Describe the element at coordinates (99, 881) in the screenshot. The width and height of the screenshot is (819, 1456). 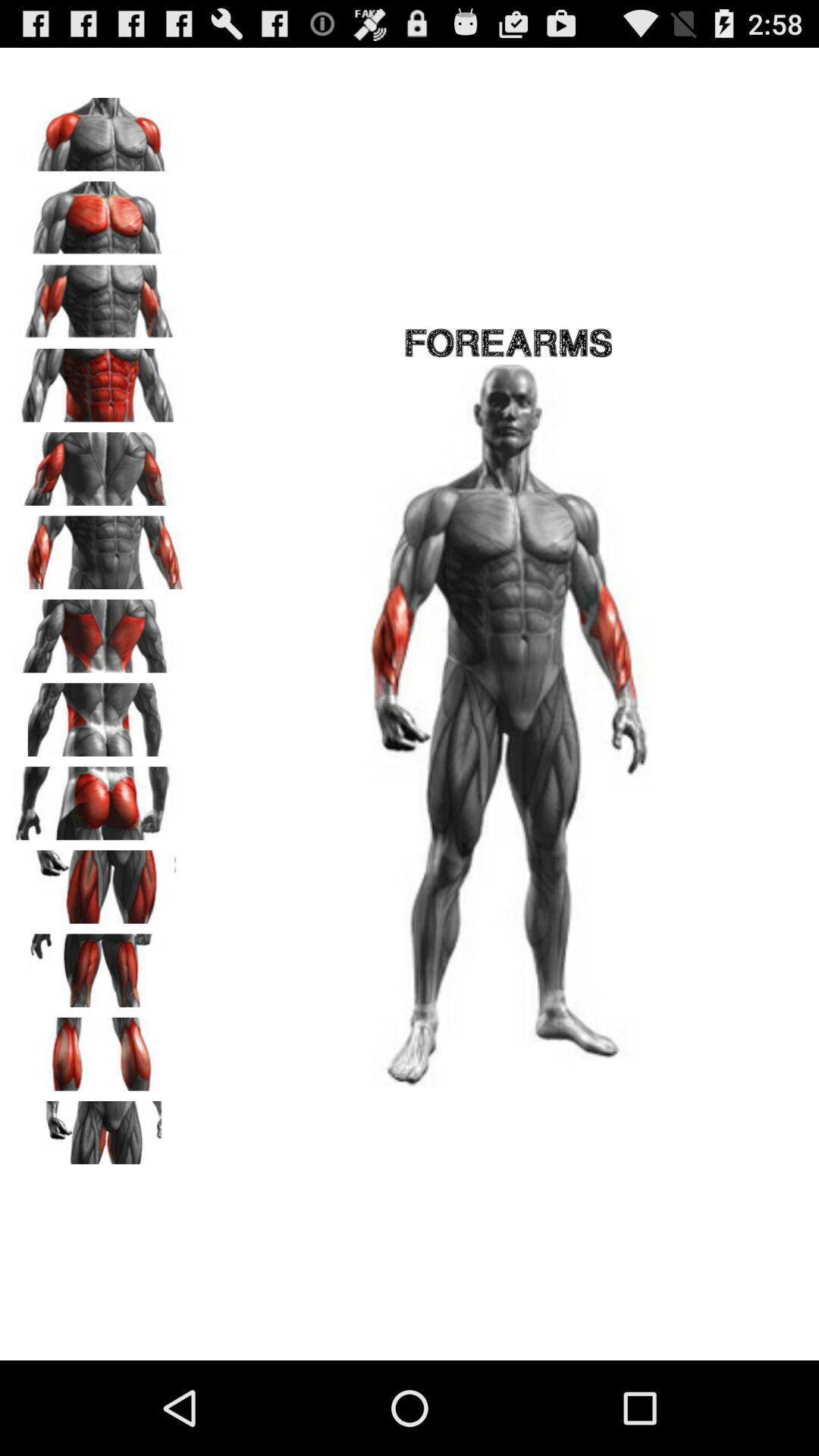
I see `tap to chose picture` at that location.